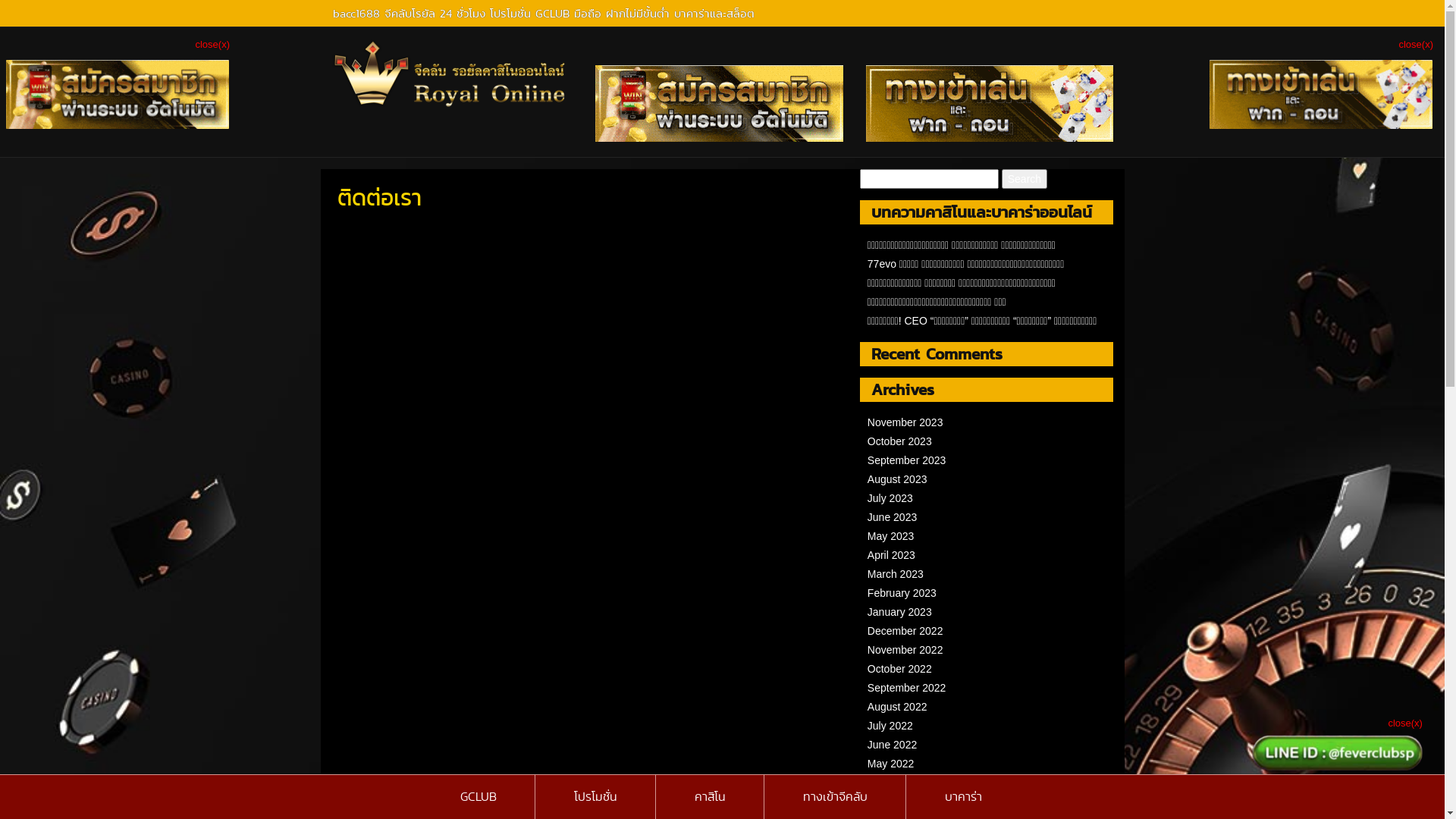 This screenshot has height=819, width=1456. What do you see at coordinates (899, 668) in the screenshot?
I see `'October 2022'` at bounding box center [899, 668].